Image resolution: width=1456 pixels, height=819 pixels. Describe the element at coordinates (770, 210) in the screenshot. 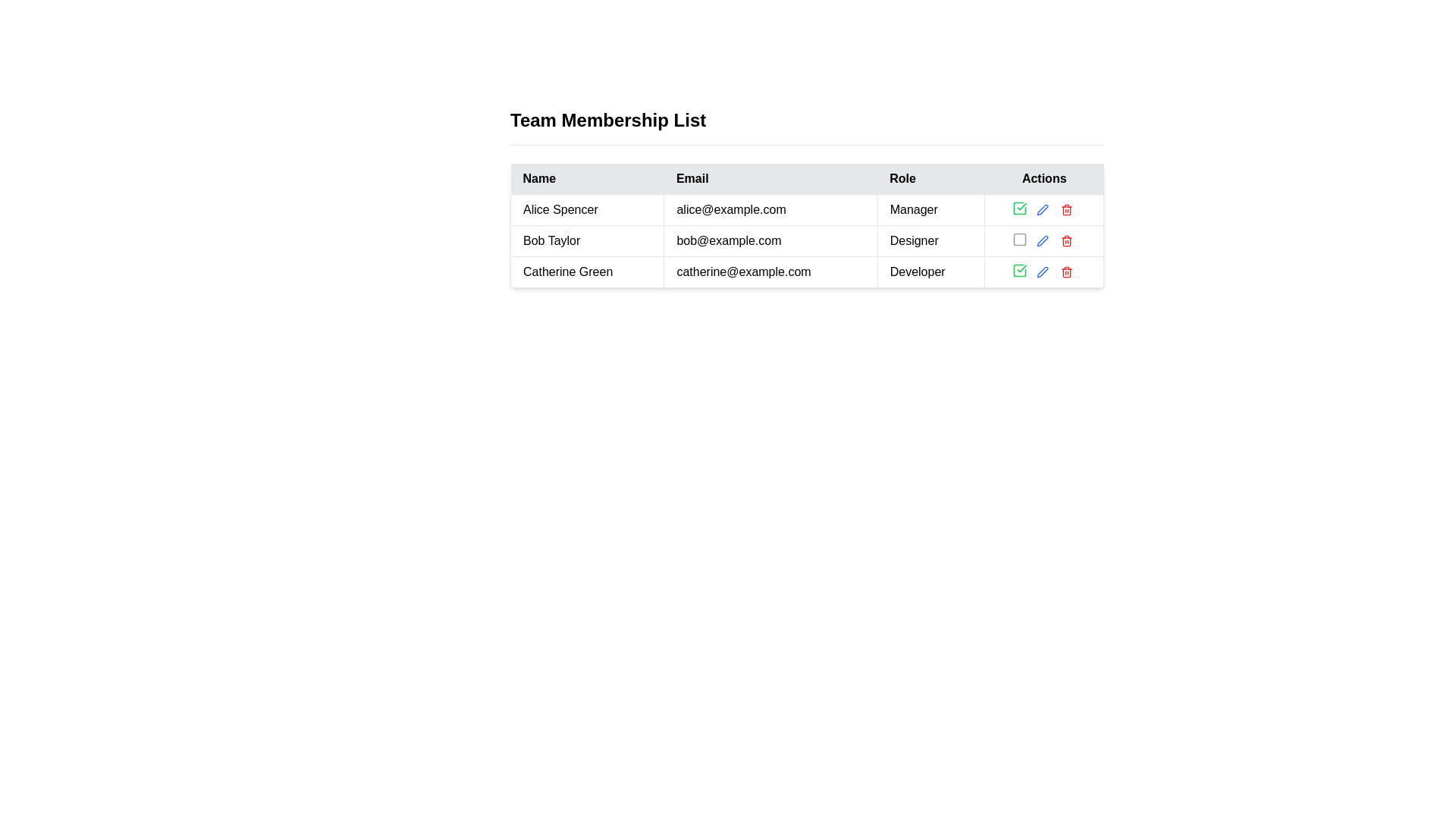

I see `the static text element representing the email address located in the 'Email' column adjacent to 'Alice Spencer' in the table` at that location.